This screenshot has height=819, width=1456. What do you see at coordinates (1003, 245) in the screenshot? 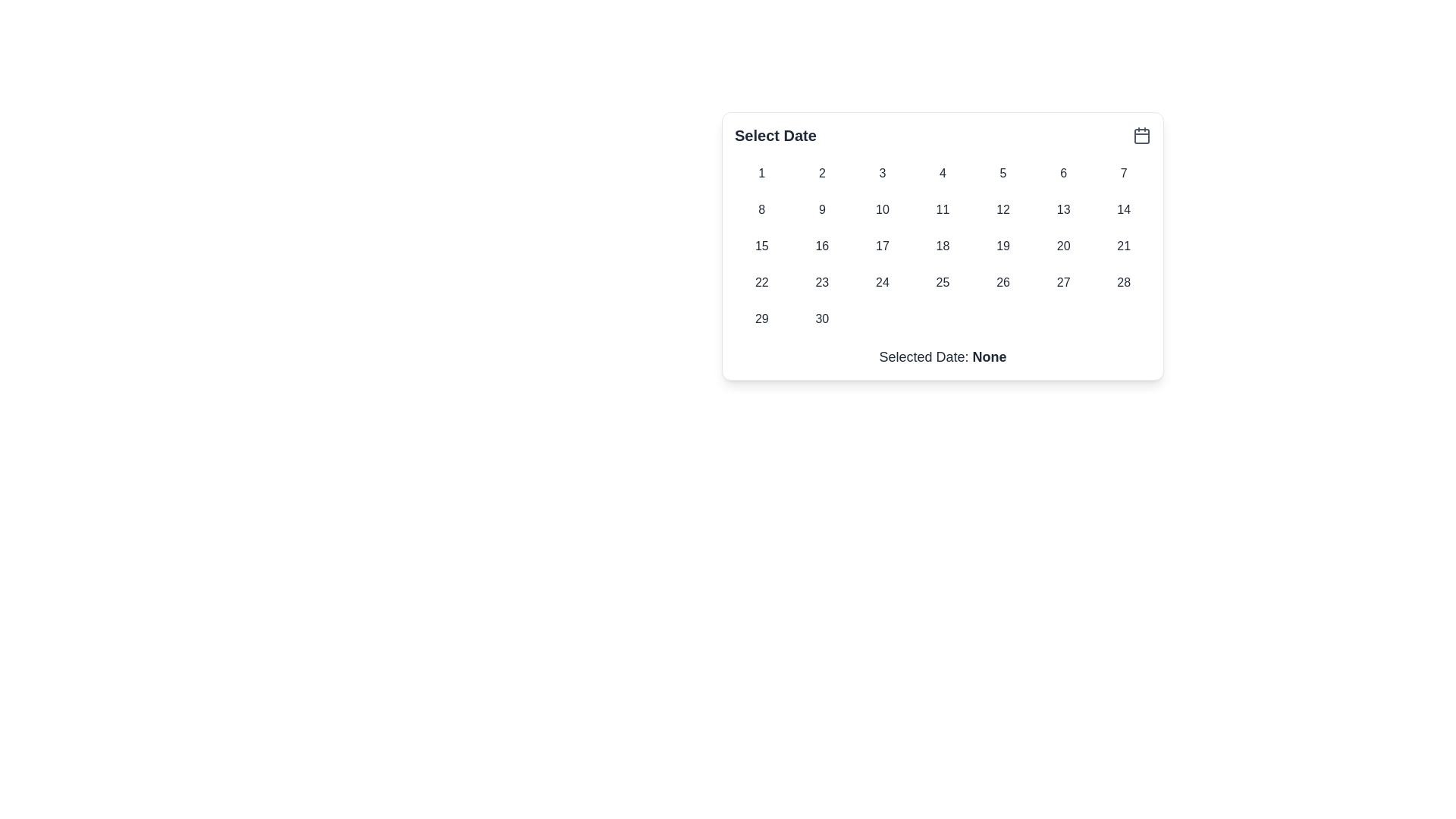
I see `the button displaying the number '19' in the calendar interface` at bounding box center [1003, 245].